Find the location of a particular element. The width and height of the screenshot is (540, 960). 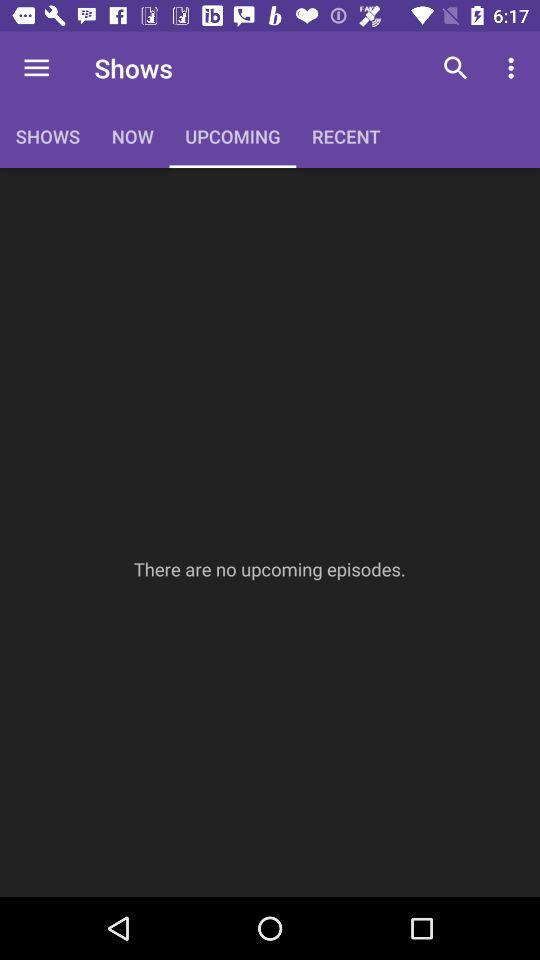

item above shows item is located at coordinates (36, 68).